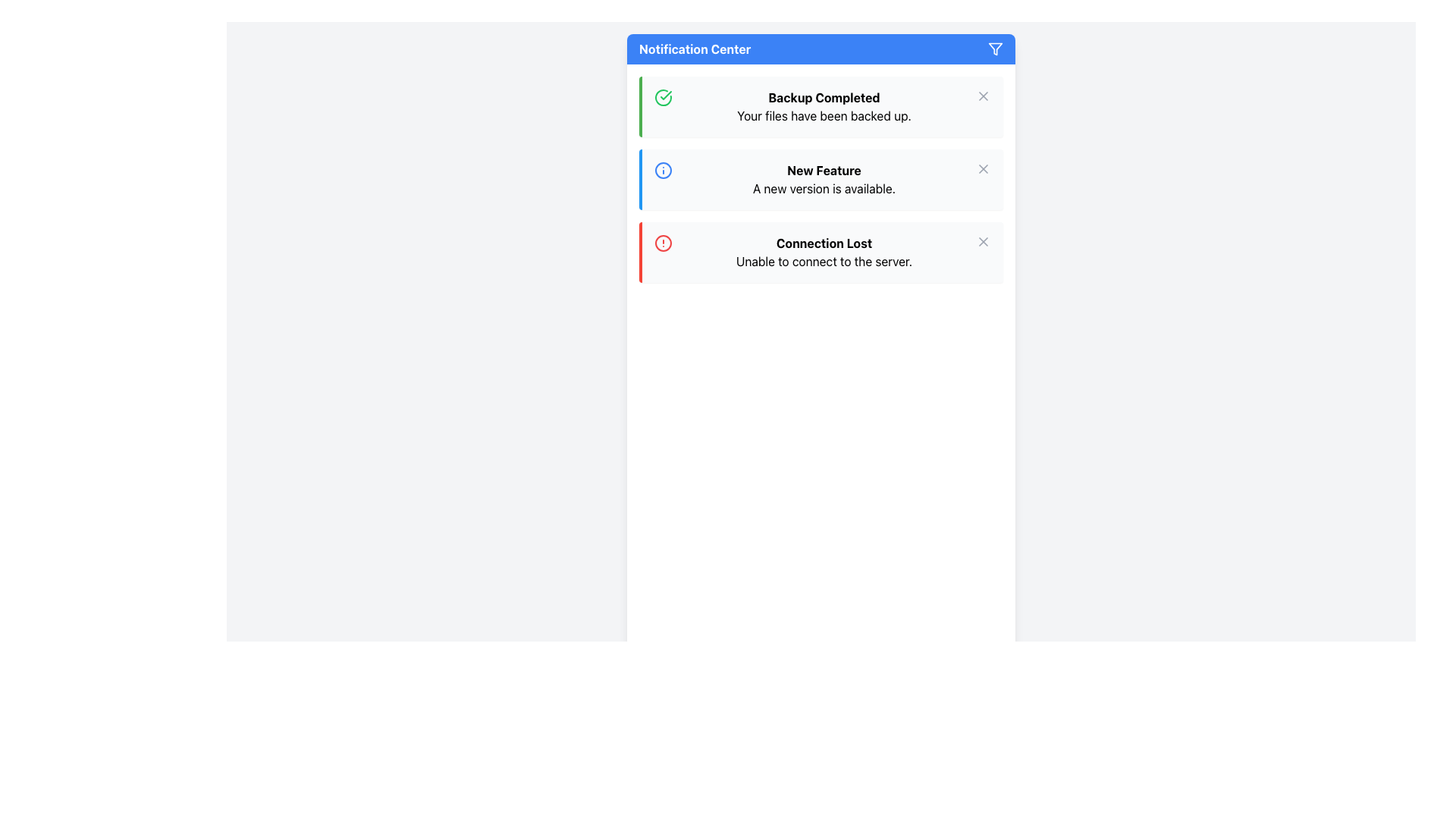 The width and height of the screenshot is (1456, 819). I want to click on informational text located below the notification title 'New Feature' in the notification panel, so click(823, 188).